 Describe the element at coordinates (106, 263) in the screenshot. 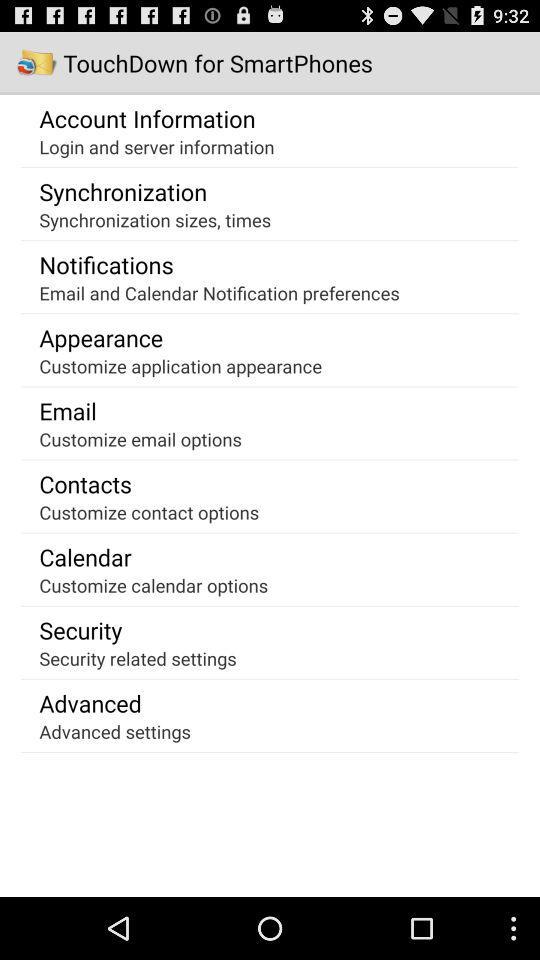

I see `the item below synchronization sizes, times` at that location.